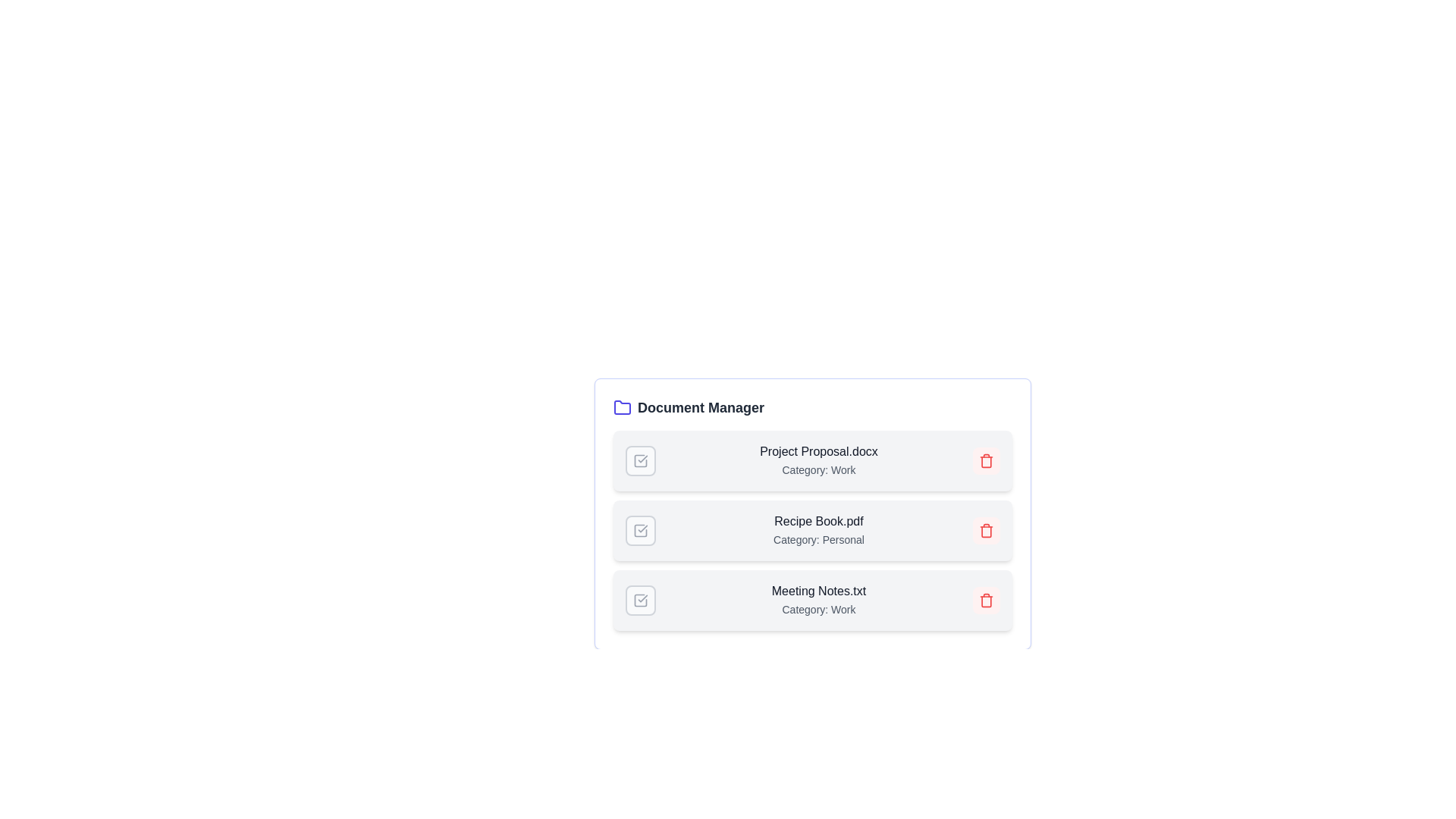 The width and height of the screenshot is (1456, 819). I want to click on the selectable document item titled 'Meeting Notes.txt', so click(811, 599).